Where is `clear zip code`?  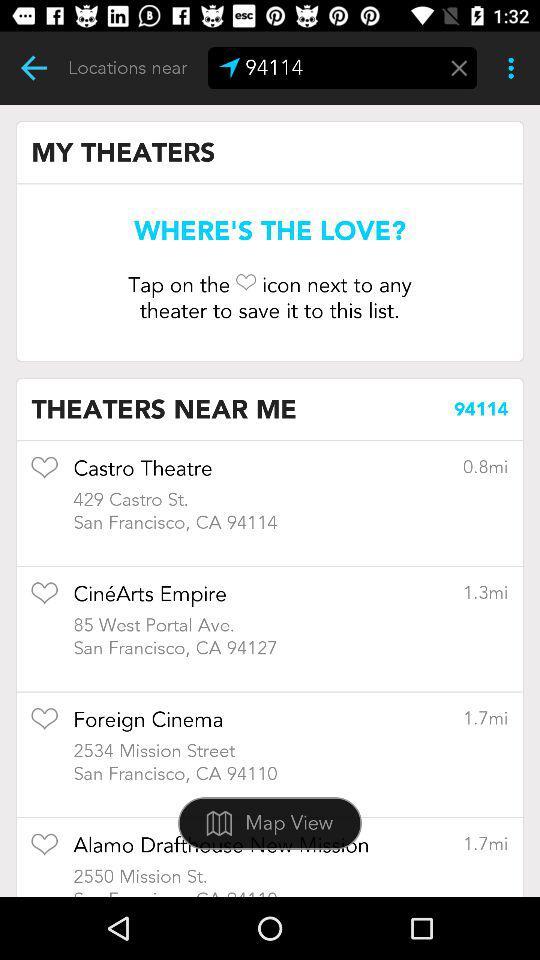 clear zip code is located at coordinates (459, 68).